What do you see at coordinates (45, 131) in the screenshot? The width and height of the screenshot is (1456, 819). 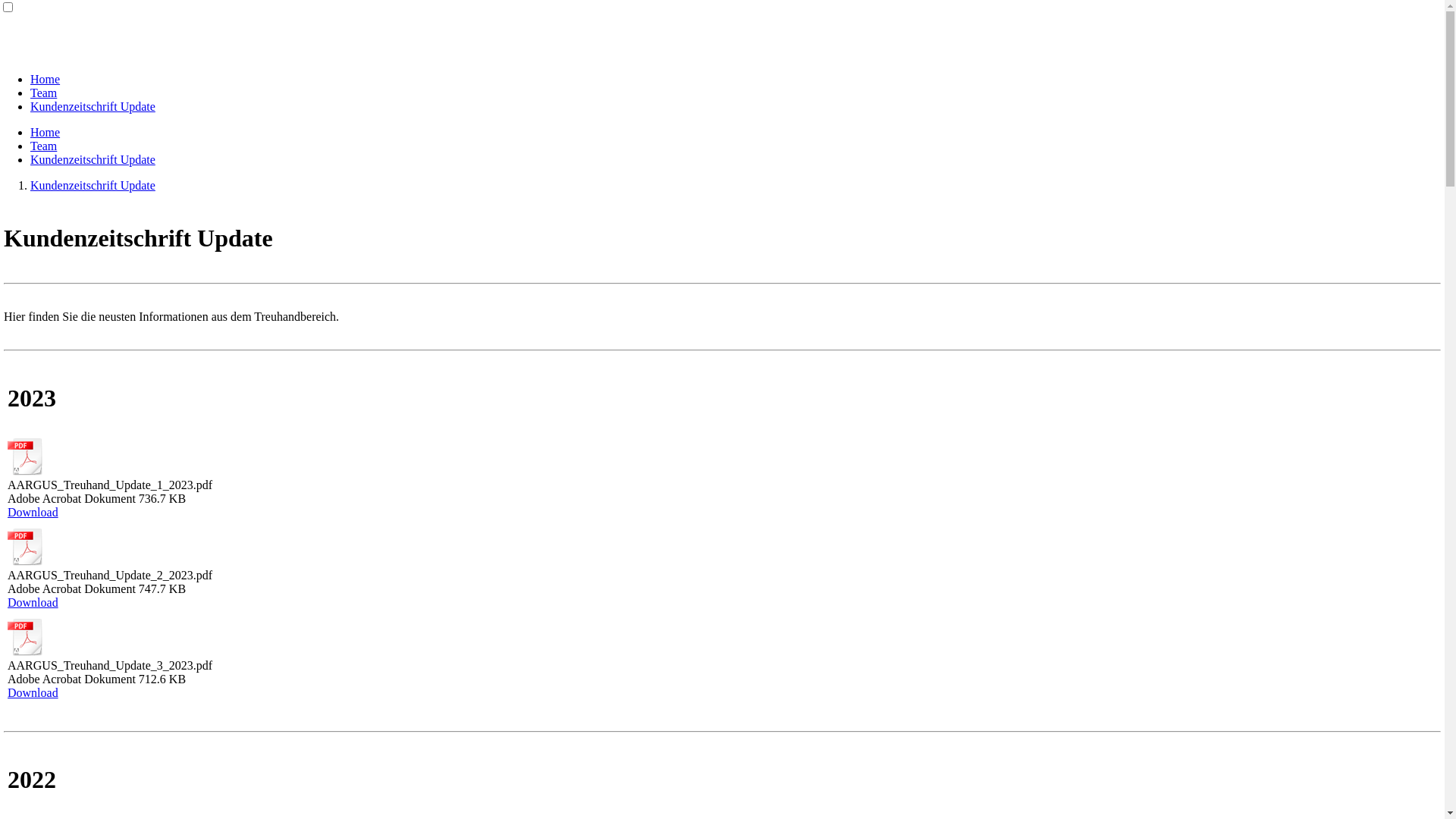 I see `'Home'` at bounding box center [45, 131].